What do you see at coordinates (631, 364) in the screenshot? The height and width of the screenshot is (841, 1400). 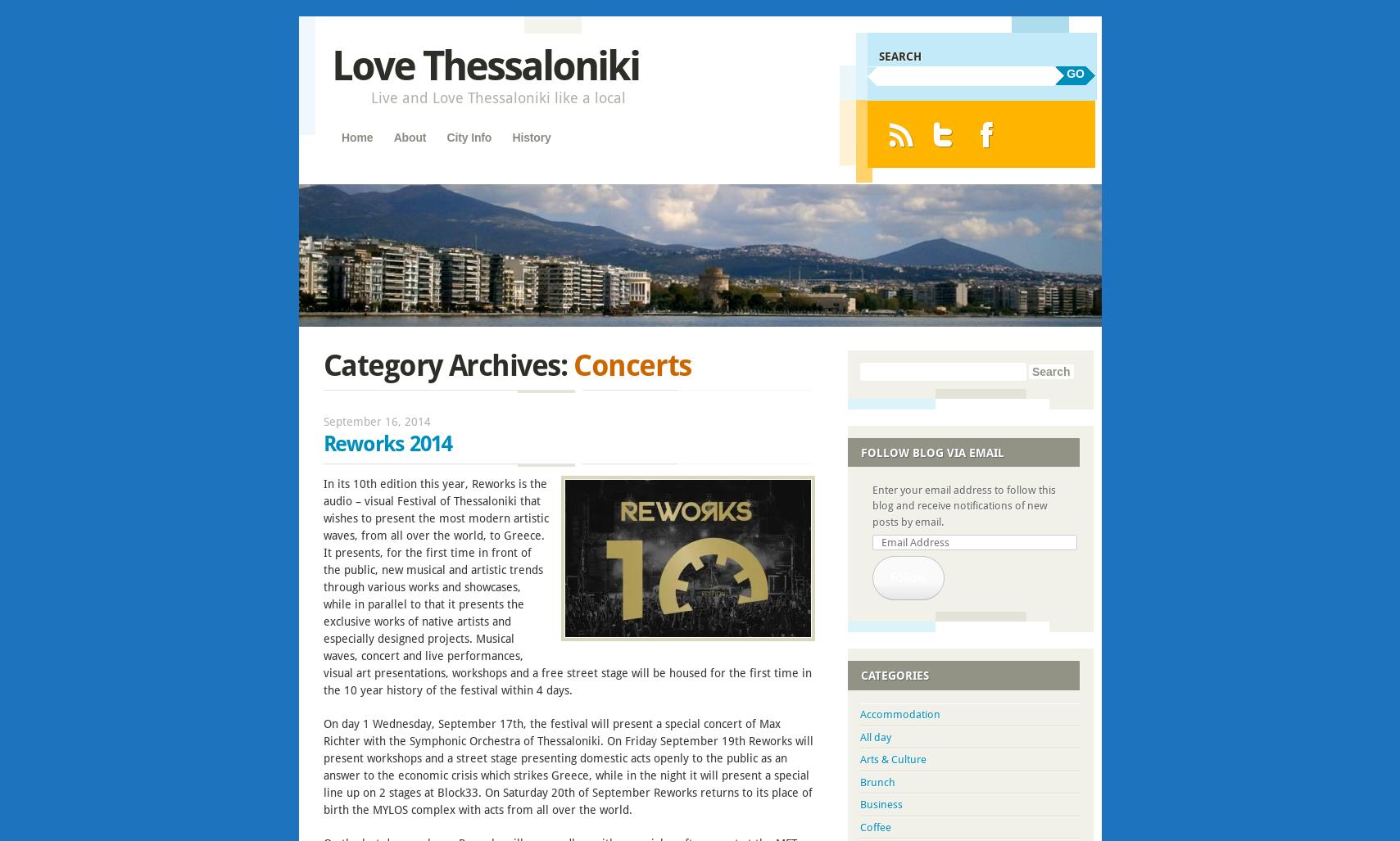 I see `'Concerts'` at bounding box center [631, 364].